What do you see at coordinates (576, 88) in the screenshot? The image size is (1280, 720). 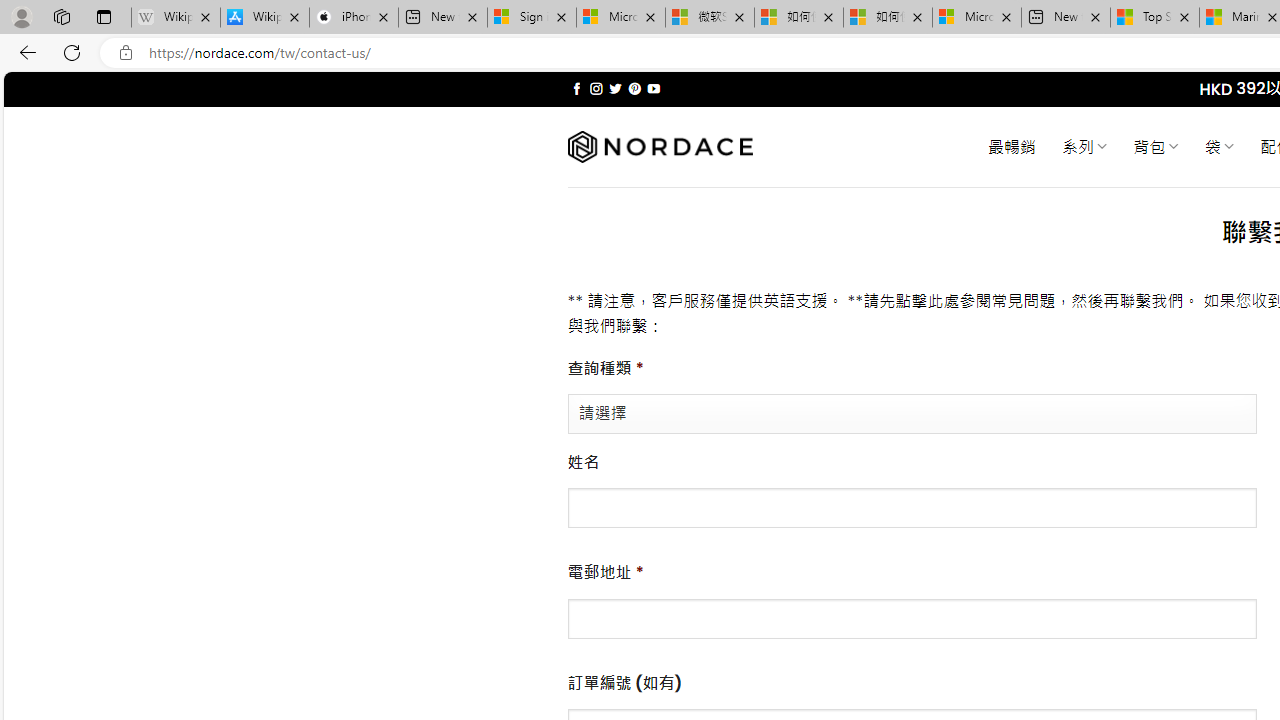 I see `'Follow on Facebook'` at bounding box center [576, 88].